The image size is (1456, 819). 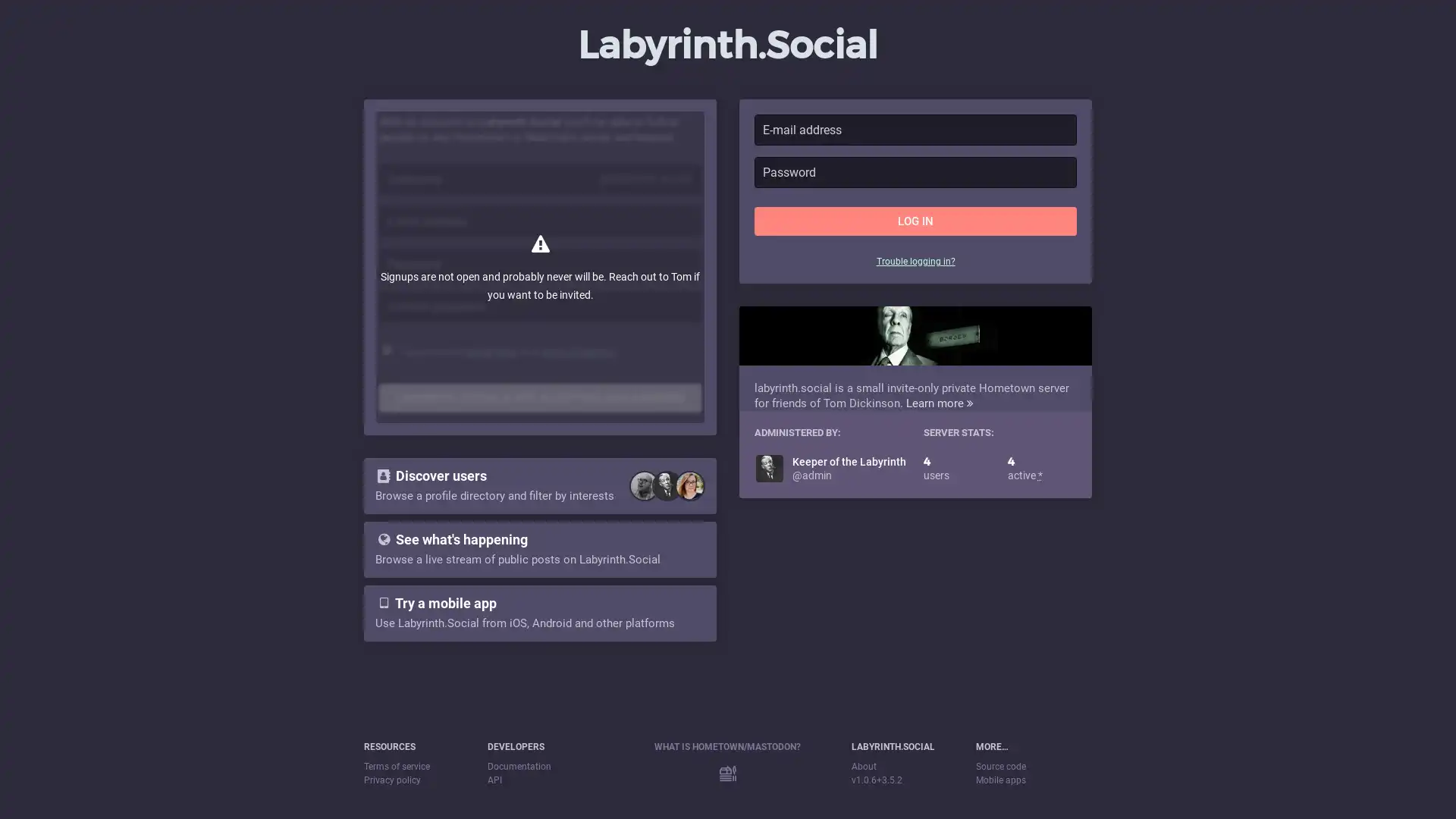 What do you see at coordinates (540, 397) in the screenshot?
I see `LABYRINTH.SOCIAL IS NOT ACCEPTING NEW MEMBERS` at bounding box center [540, 397].